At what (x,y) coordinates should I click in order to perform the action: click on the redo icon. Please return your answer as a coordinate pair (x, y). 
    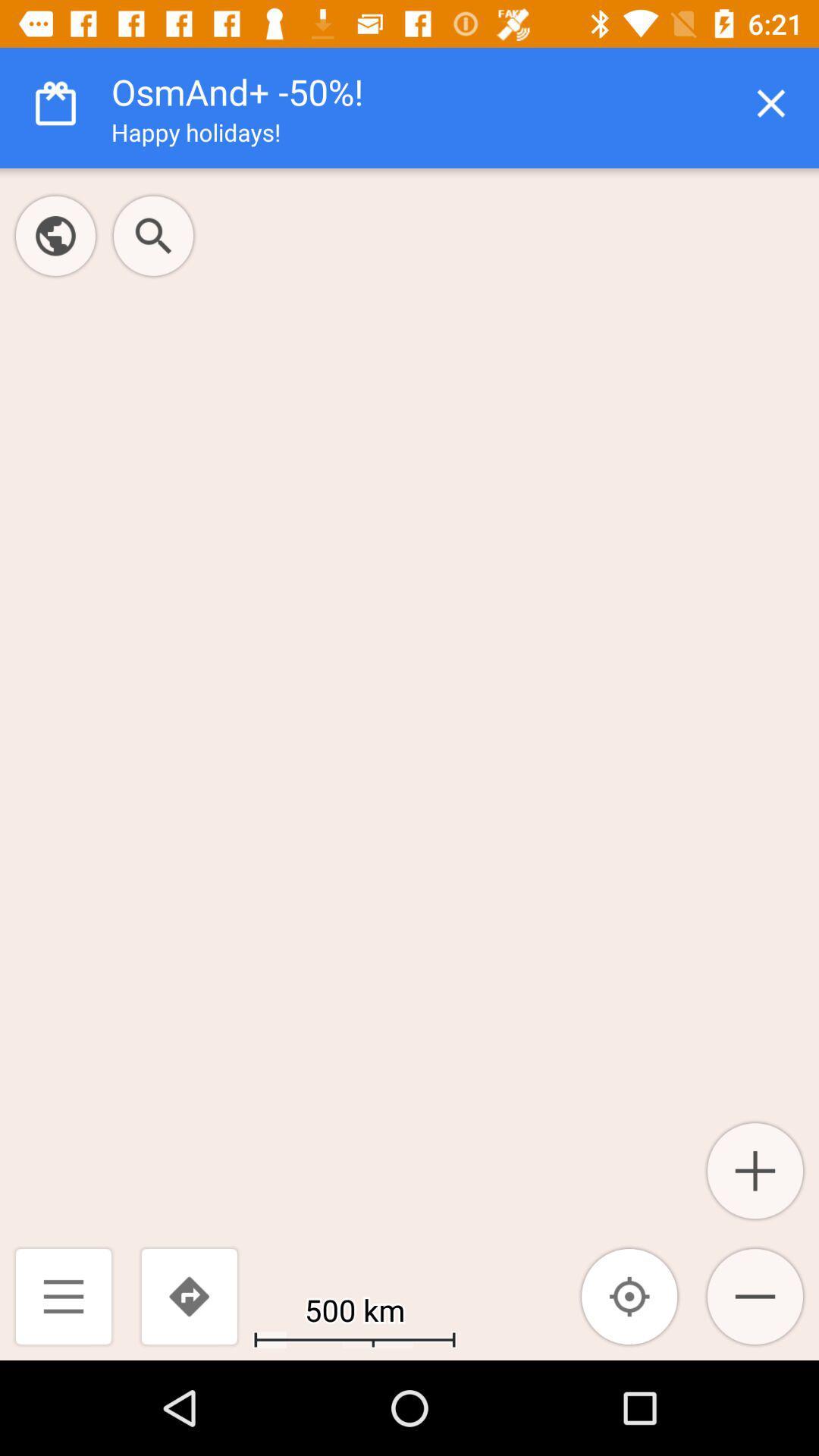
    Looking at the image, I should click on (188, 1295).